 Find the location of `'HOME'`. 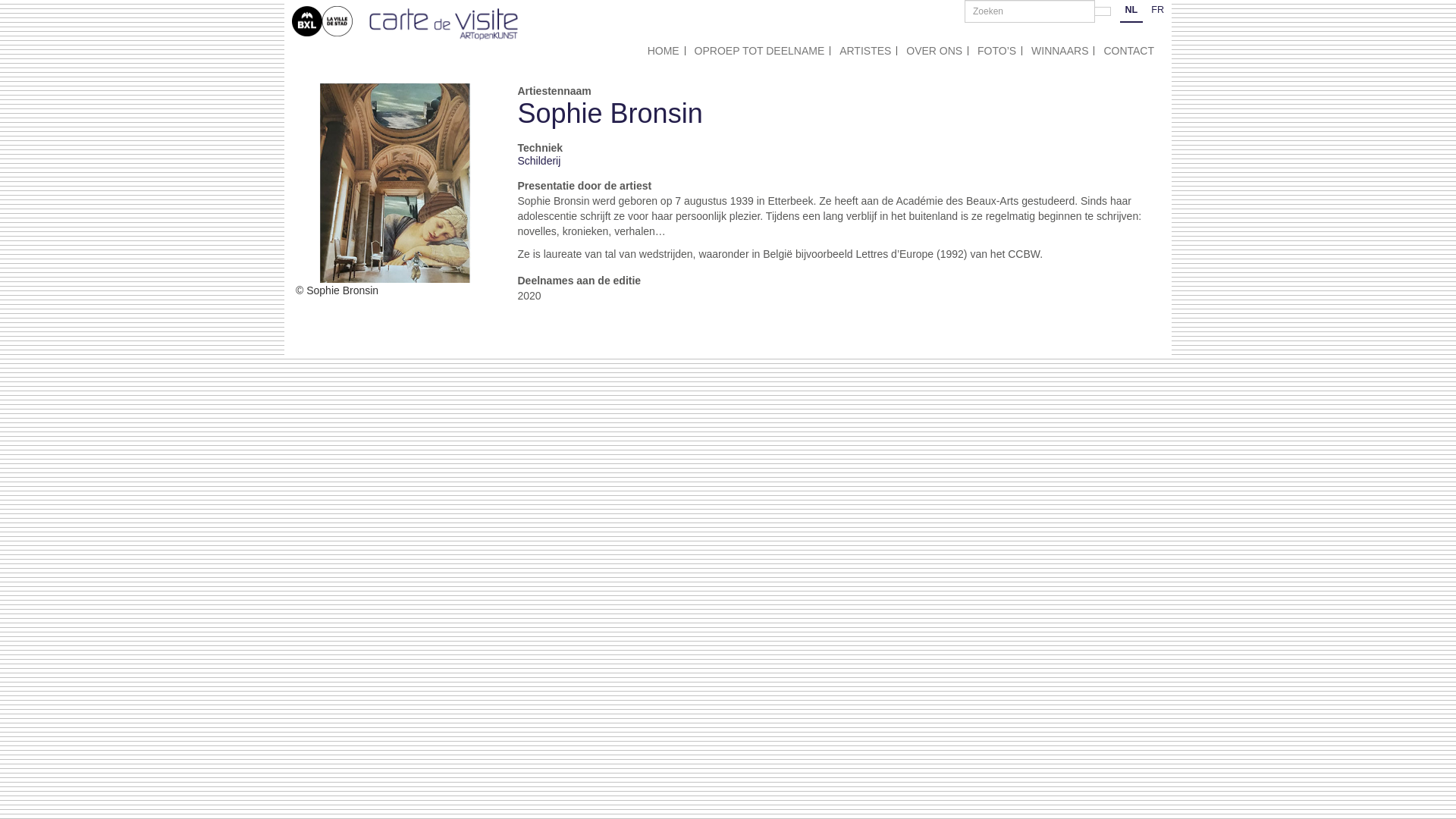

'HOME' is located at coordinates (663, 49).